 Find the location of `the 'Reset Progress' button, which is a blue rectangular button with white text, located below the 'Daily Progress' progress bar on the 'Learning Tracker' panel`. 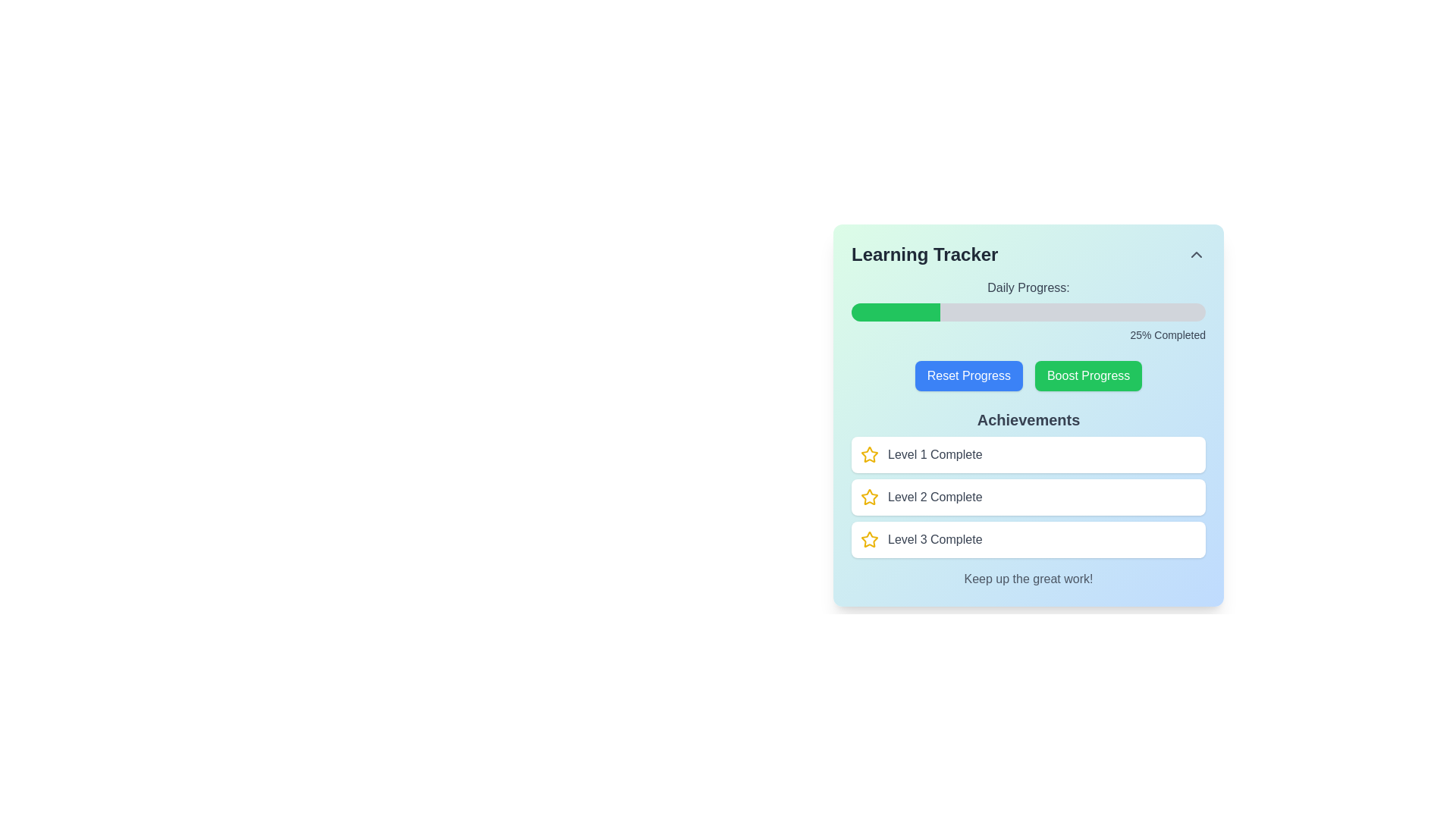

the 'Reset Progress' button, which is a blue rectangular button with white text, located below the 'Daily Progress' progress bar on the 'Learning Tracker' panel is located at coordinates (968, 375).